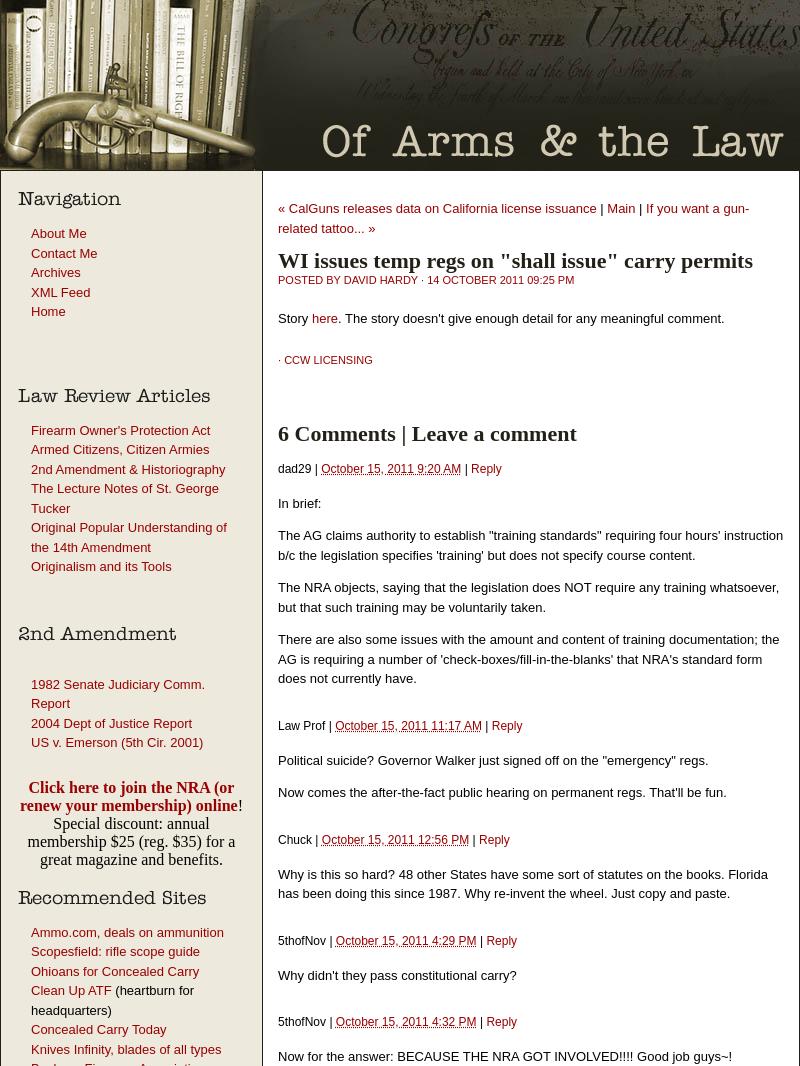  I want to click on 'Contact Me', so click(63, 251).